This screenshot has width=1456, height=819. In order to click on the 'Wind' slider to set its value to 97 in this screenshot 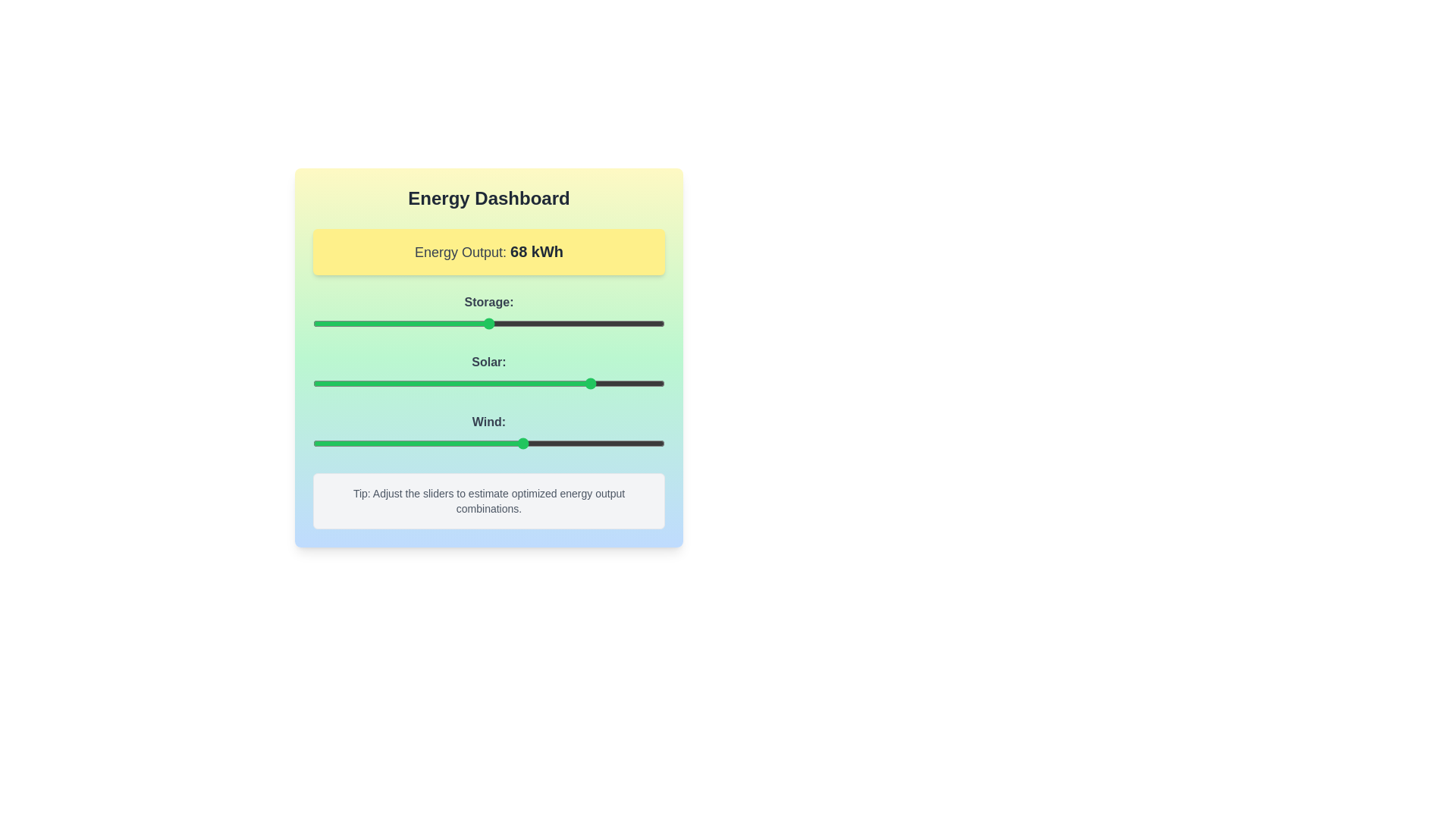, I will do `click(654, 444)`.